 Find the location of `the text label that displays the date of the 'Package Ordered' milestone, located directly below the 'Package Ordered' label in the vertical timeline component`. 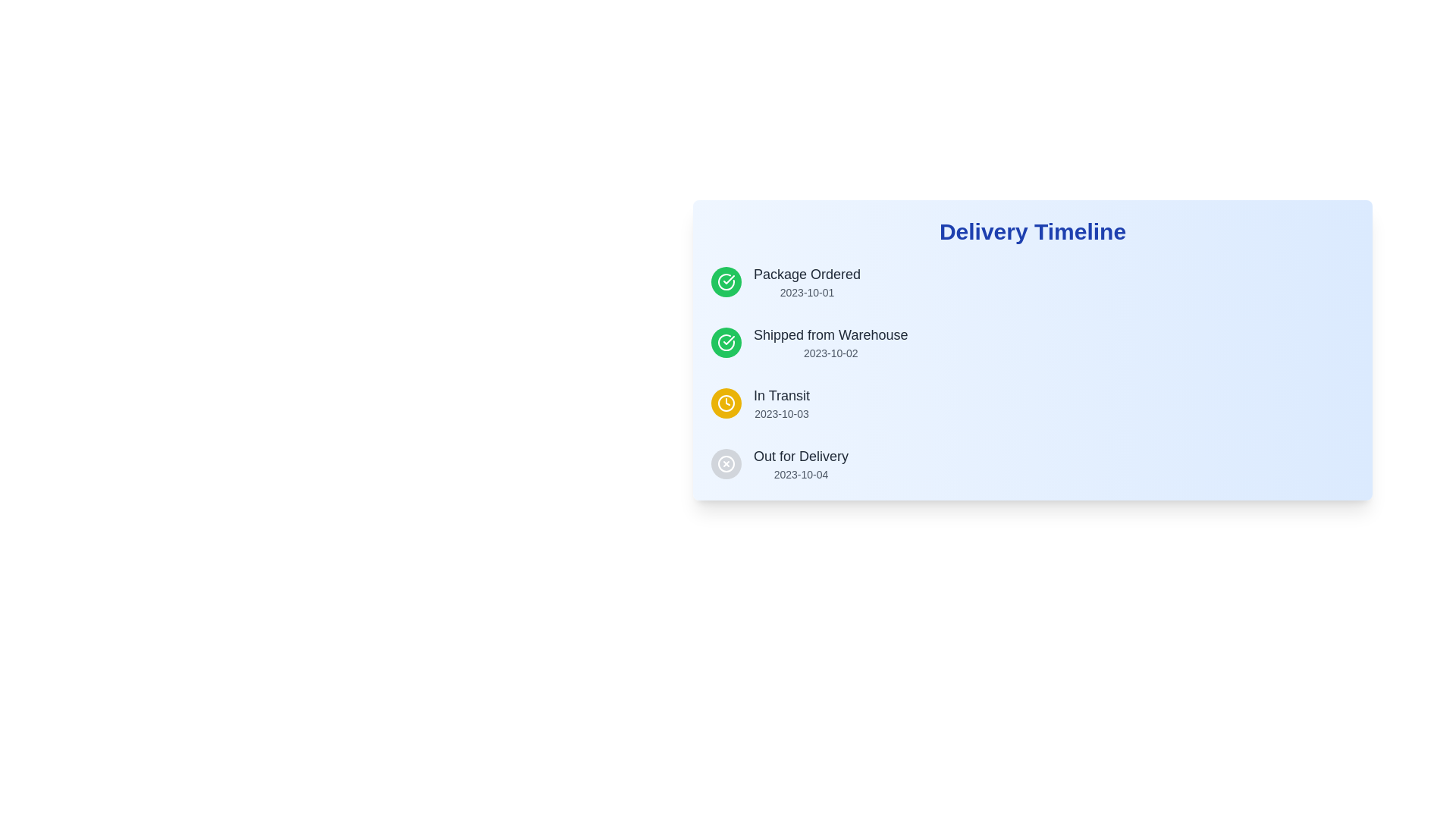

the text label that displays the date of the 'Package Ordered' milestone, located directly below the 'Package Ordered' label in the vertical timeline component is located at coordinates (806, 292).